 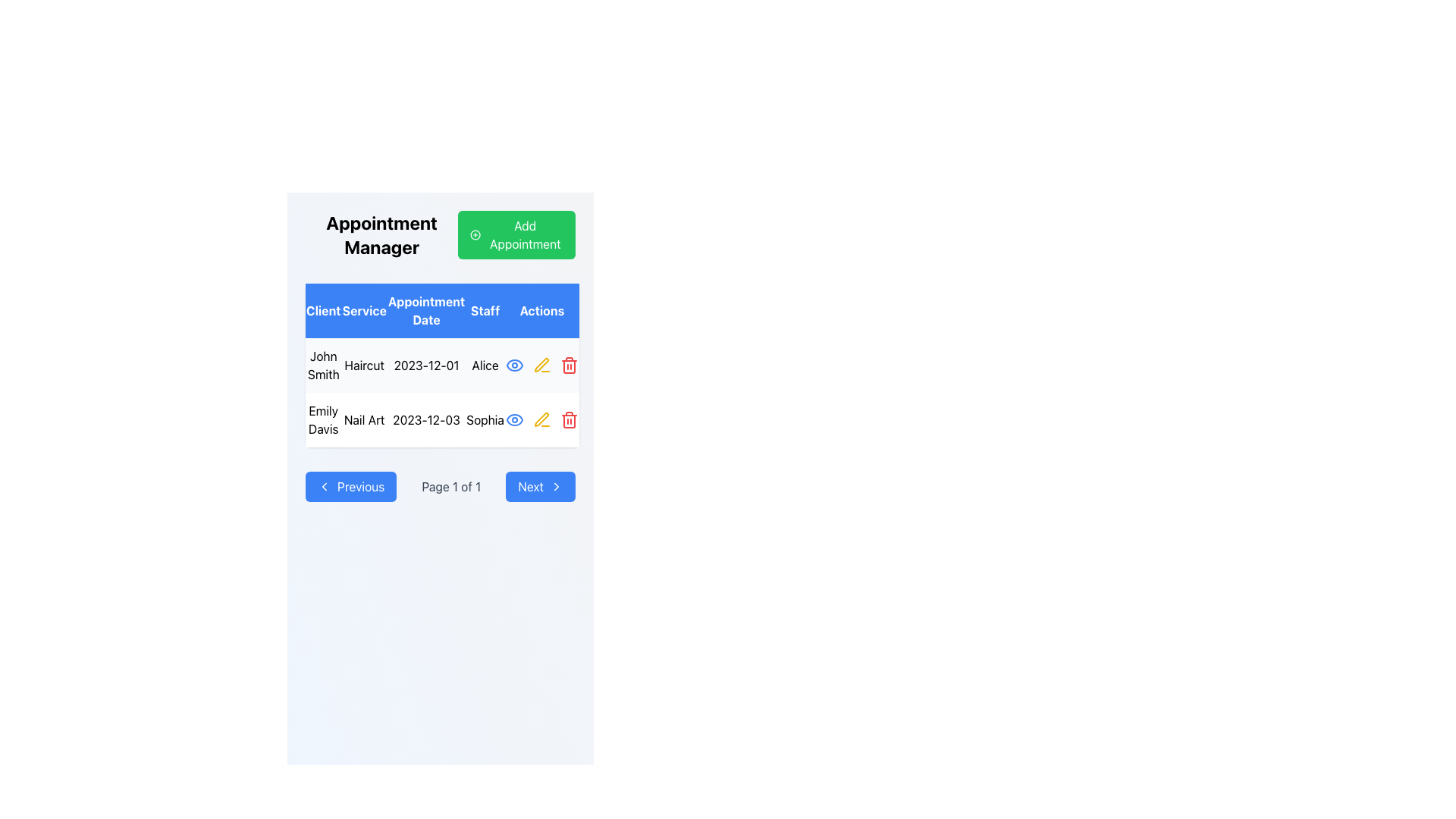 What do you see at coordinates (322, 309) in the screenshot?
I see `the blue rectangular table header labeled 'Client', which is the first column header in the table structure` at bounding box center [322, 309].